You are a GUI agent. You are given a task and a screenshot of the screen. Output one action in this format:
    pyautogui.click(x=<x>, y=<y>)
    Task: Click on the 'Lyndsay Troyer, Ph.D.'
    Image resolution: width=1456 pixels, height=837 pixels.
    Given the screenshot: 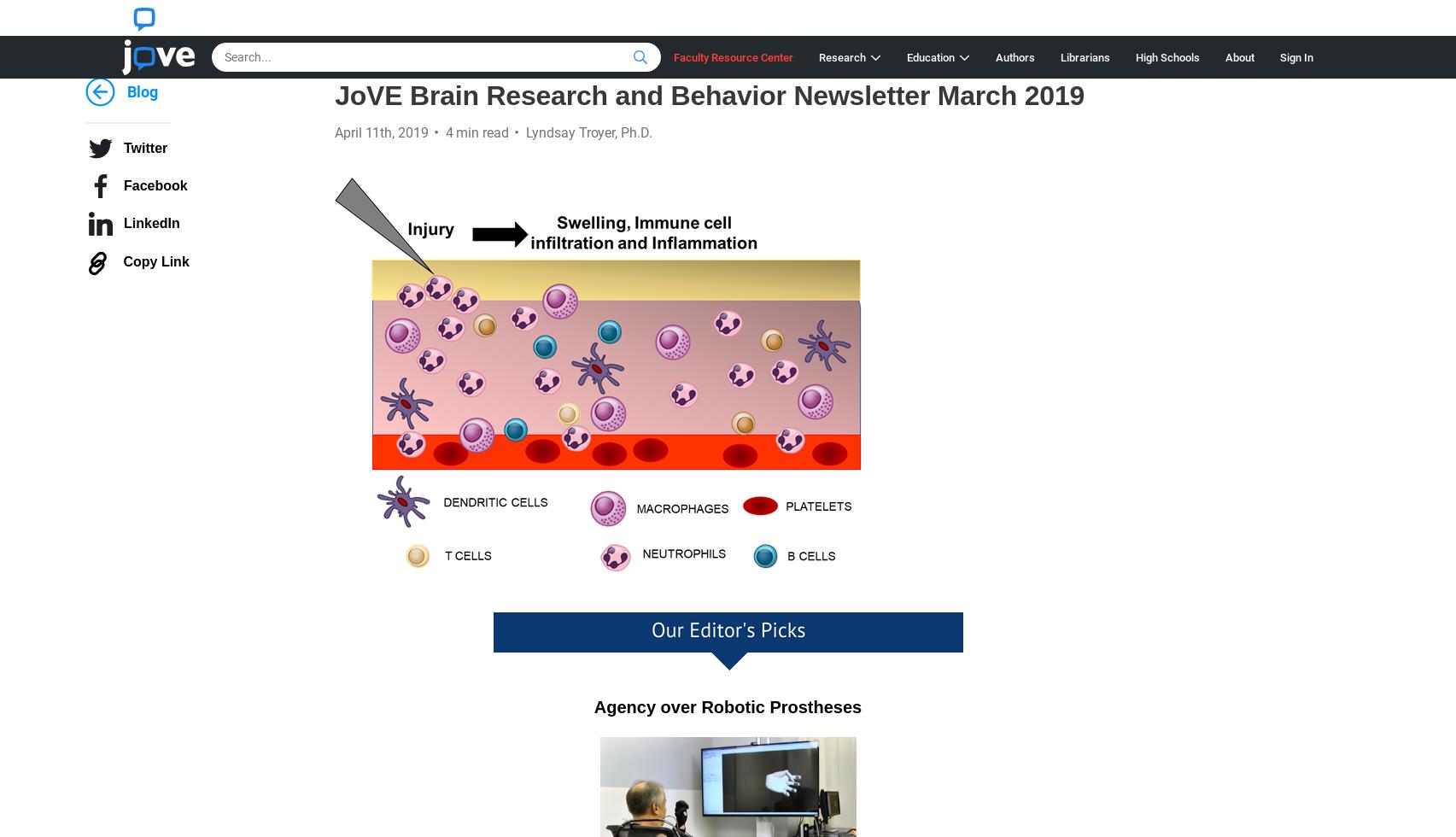 What is the action you would take?
    pyautogui.click(x=588, y=132)
    